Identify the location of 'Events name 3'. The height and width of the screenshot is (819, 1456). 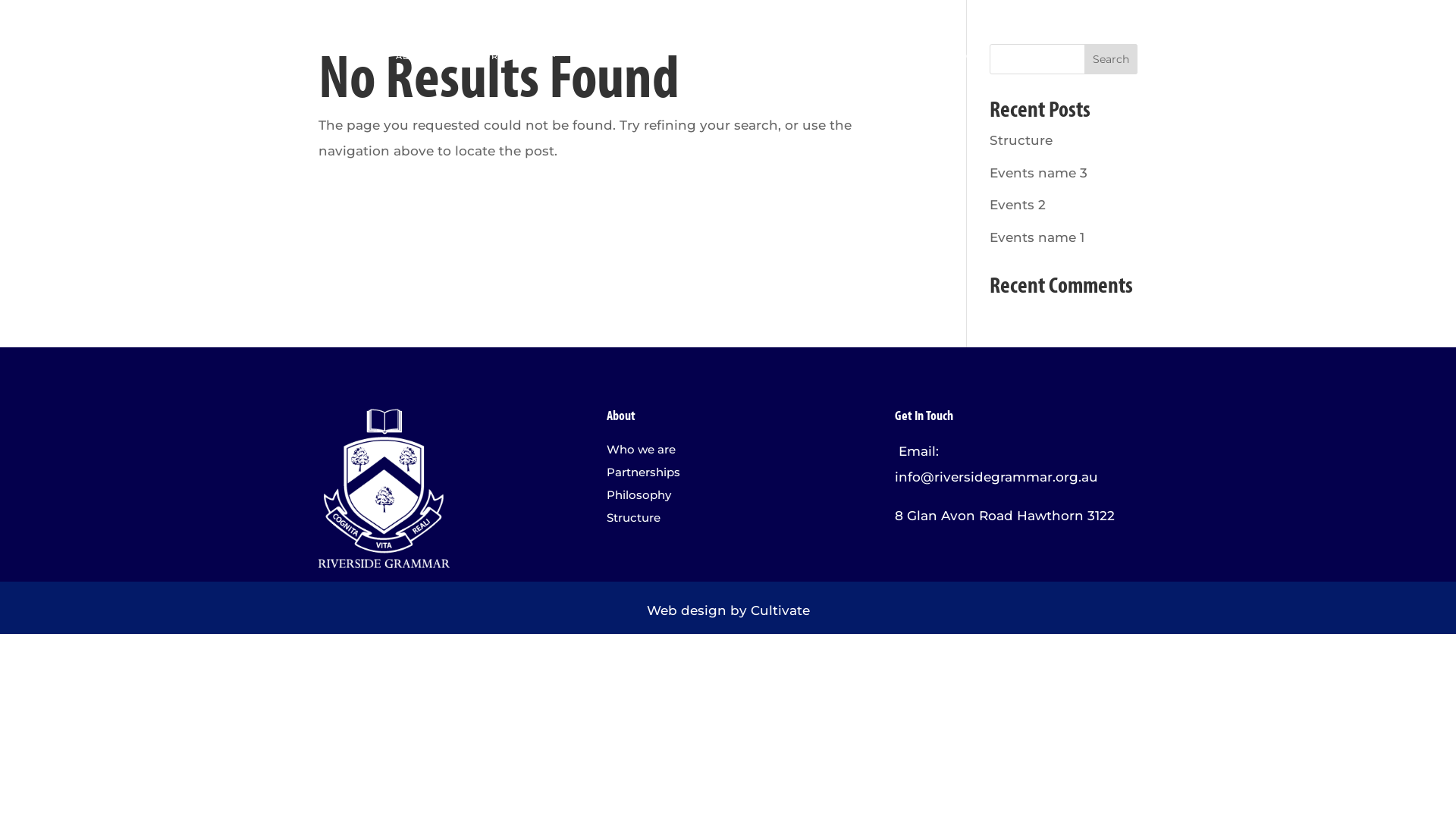
(1037, 171).